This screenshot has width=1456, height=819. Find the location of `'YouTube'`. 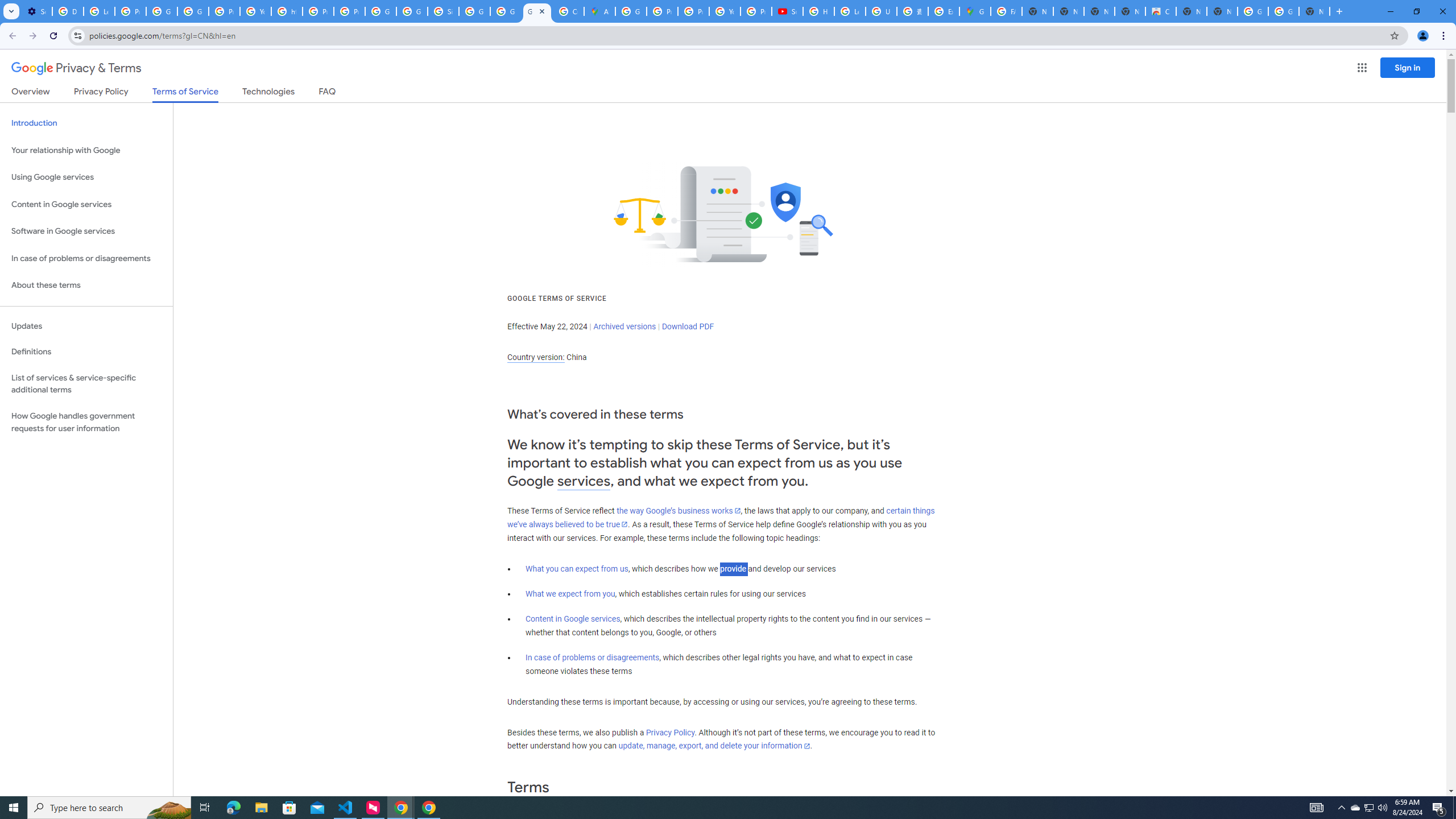

'YouTube' is located at coordinates (724, 11).